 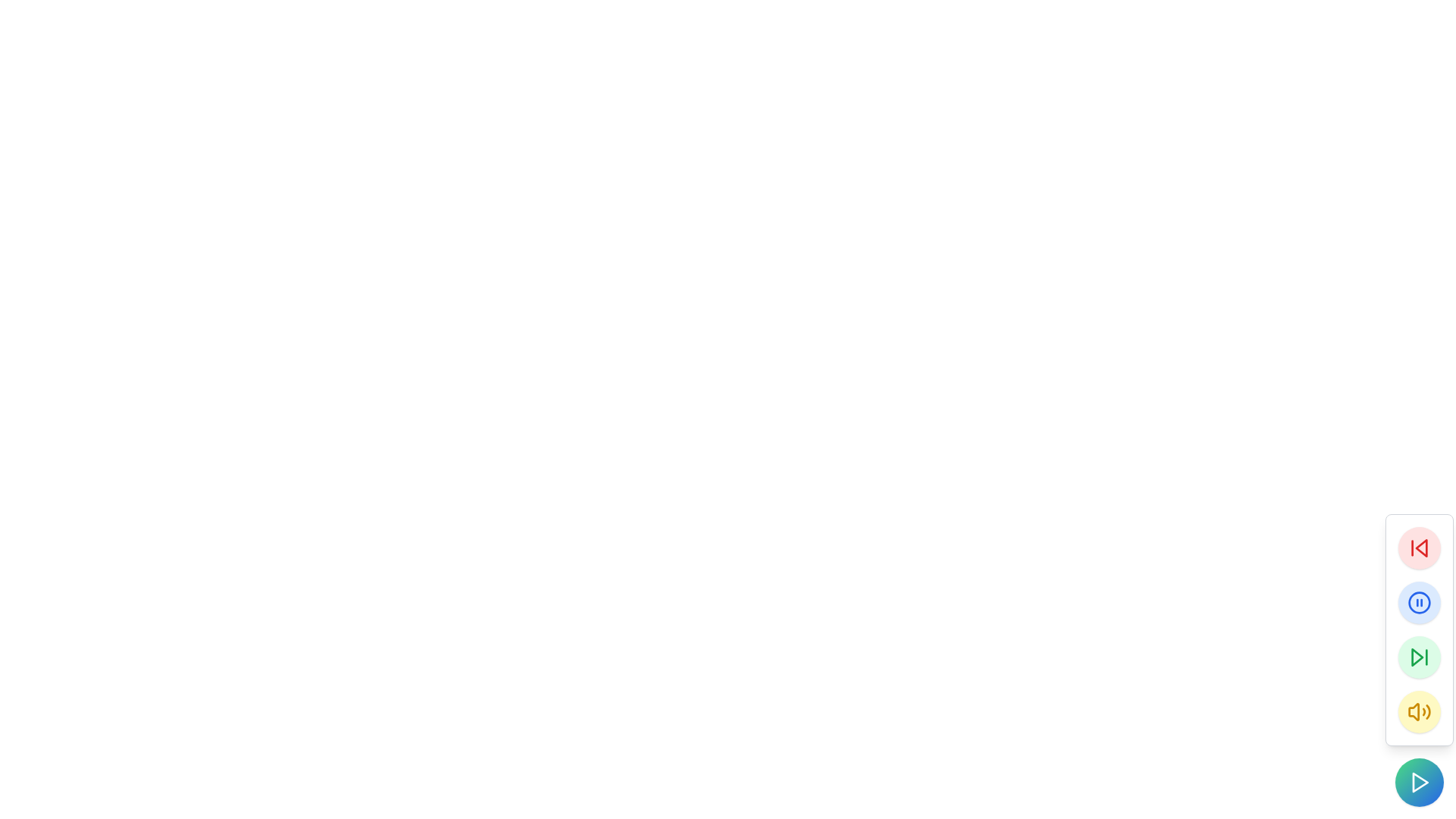 What do you see at coordinates (1419, 657) in the screenshot?
I see `the rounded green circle button with a forward play icon located at the bottom-right corner of the interface` at bounding box center [1419, 657].